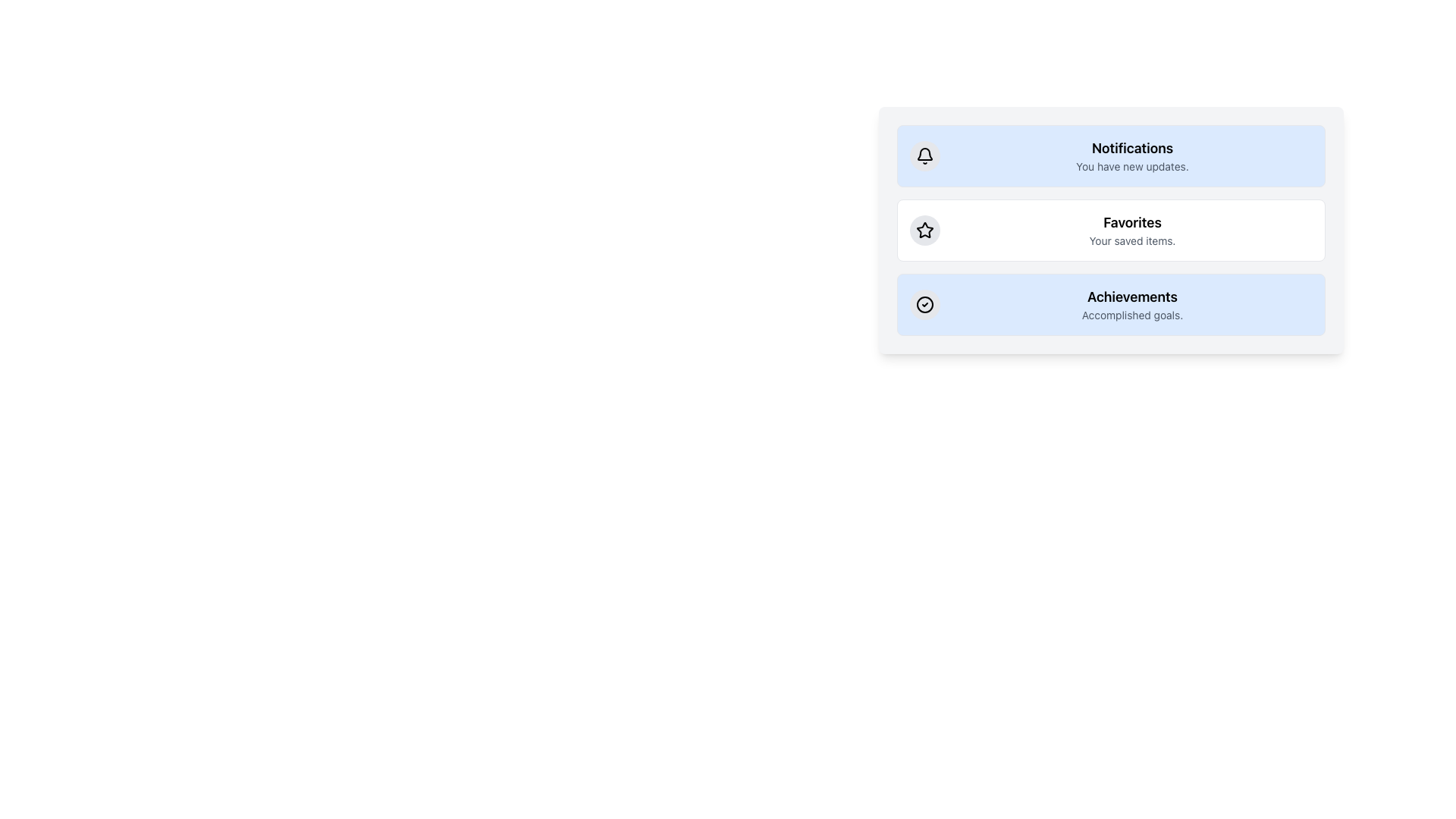 The width and height of the screenshot is (1456, 819). Describe the element at coordinates (1132, 297) in the screenshot. I see `the non-interactive text label that serves as a header for the 'Achievements' section, indicating the name or theme of the section above the descriptive text 'Accomplished goals.'` at that location.